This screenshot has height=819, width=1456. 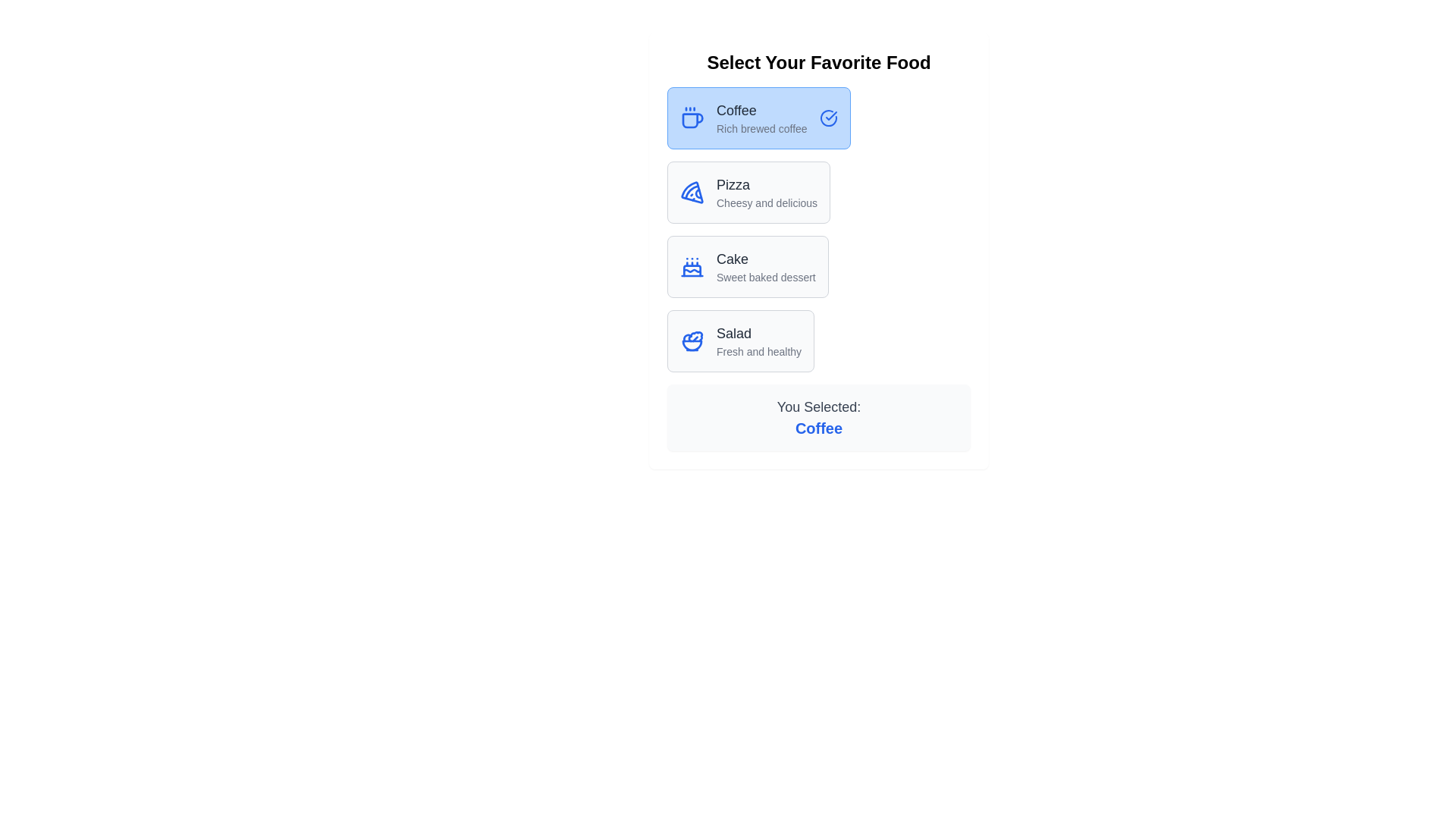 What do you see at coordinates (759, 341) in the screenshot?
I see `the descriptive text label located within the fourth option of the 'Select Your Favorite Food' list, positioned beneath 'Cake' and above the user's selection` at bounding box center [759, 341].